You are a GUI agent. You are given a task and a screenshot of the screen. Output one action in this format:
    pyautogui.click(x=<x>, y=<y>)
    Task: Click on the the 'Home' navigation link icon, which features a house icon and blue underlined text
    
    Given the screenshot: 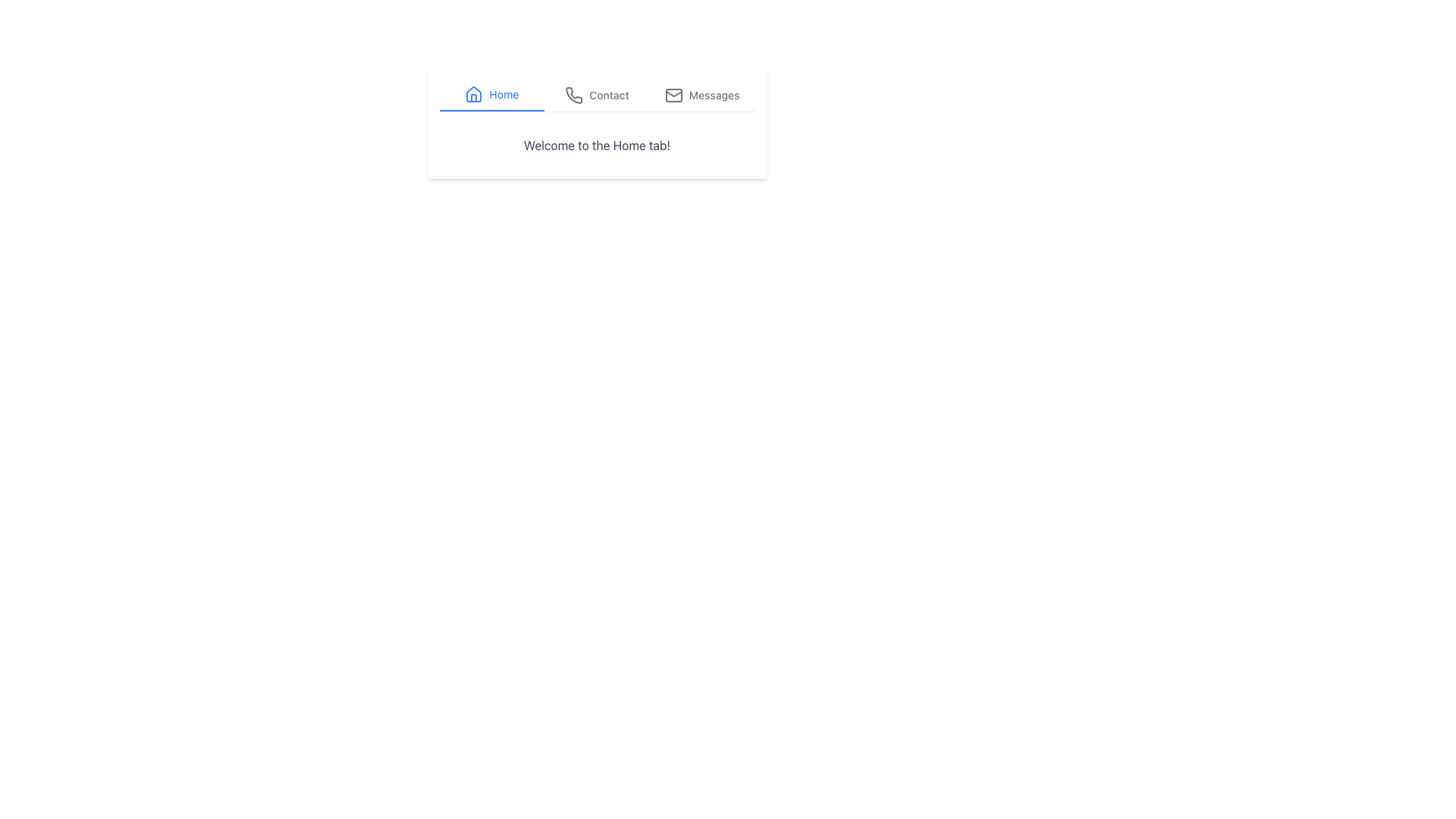 What is the action you would take?
    pyautogui.click(x=491, y=94)
    